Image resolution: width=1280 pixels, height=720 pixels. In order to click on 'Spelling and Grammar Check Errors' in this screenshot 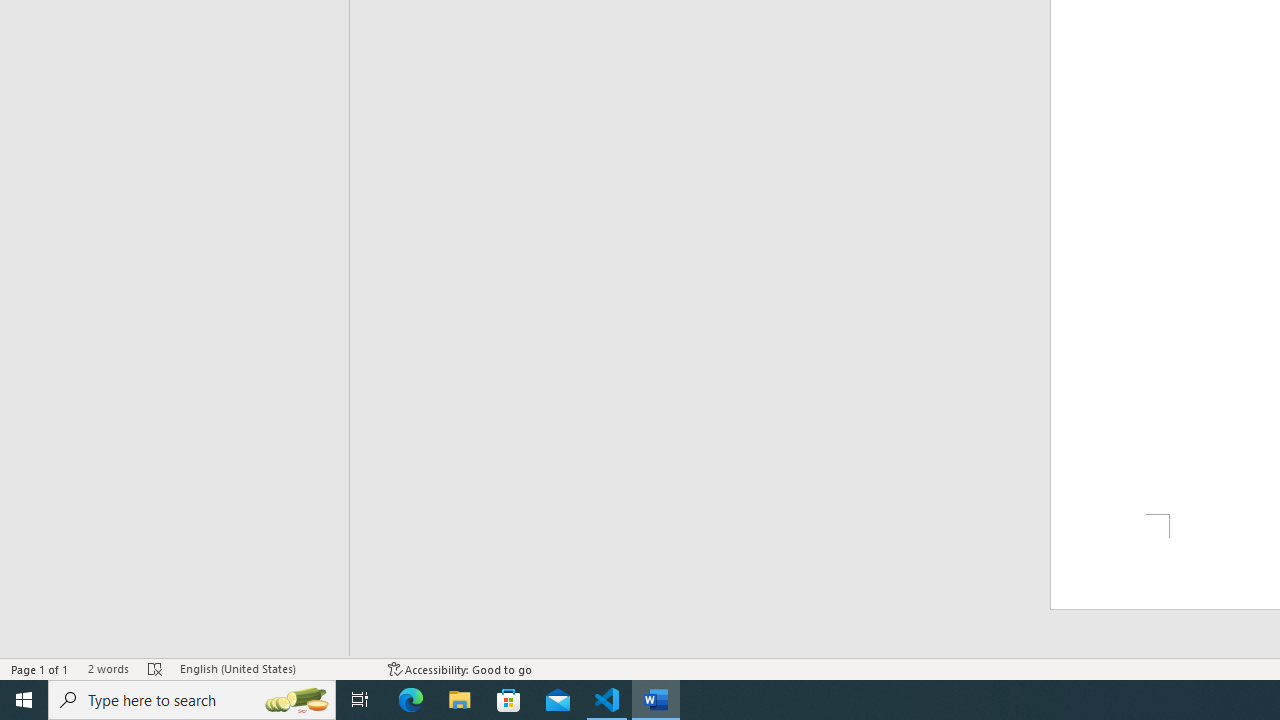, I will do `click(154, 669)`.